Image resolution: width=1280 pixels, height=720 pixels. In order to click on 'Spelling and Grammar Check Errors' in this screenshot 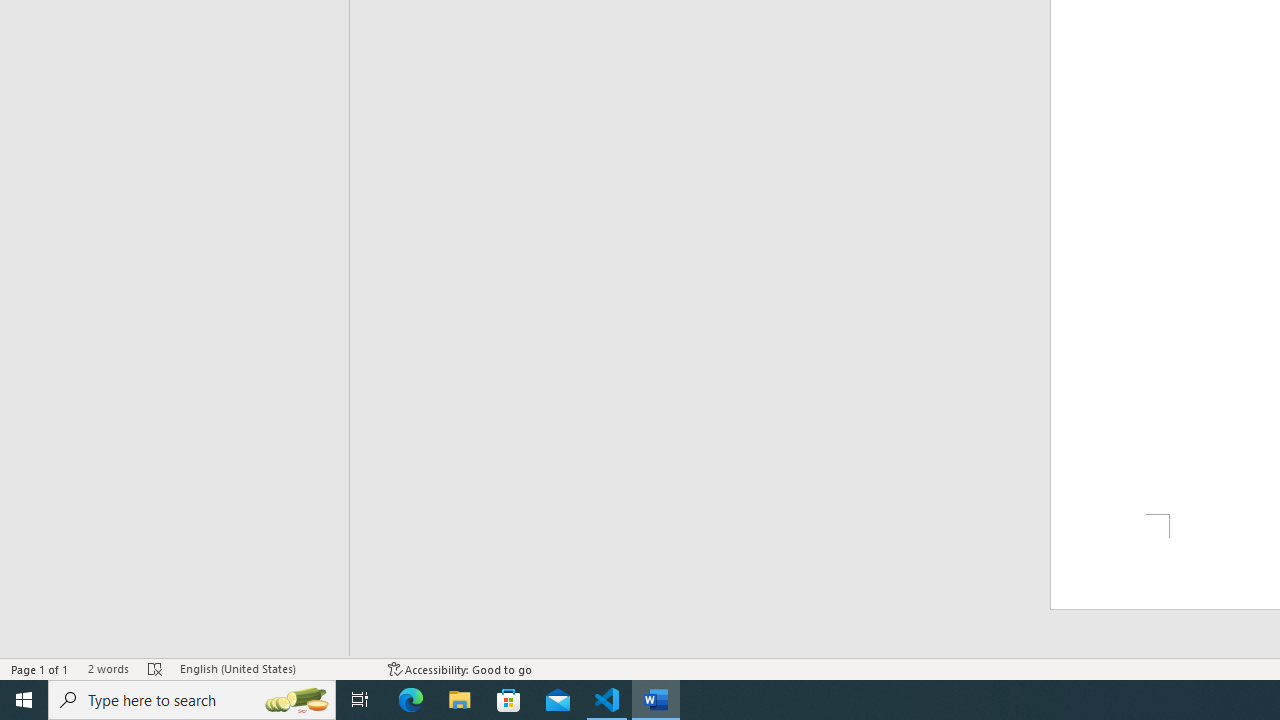, I will do `click(154, 669)`.